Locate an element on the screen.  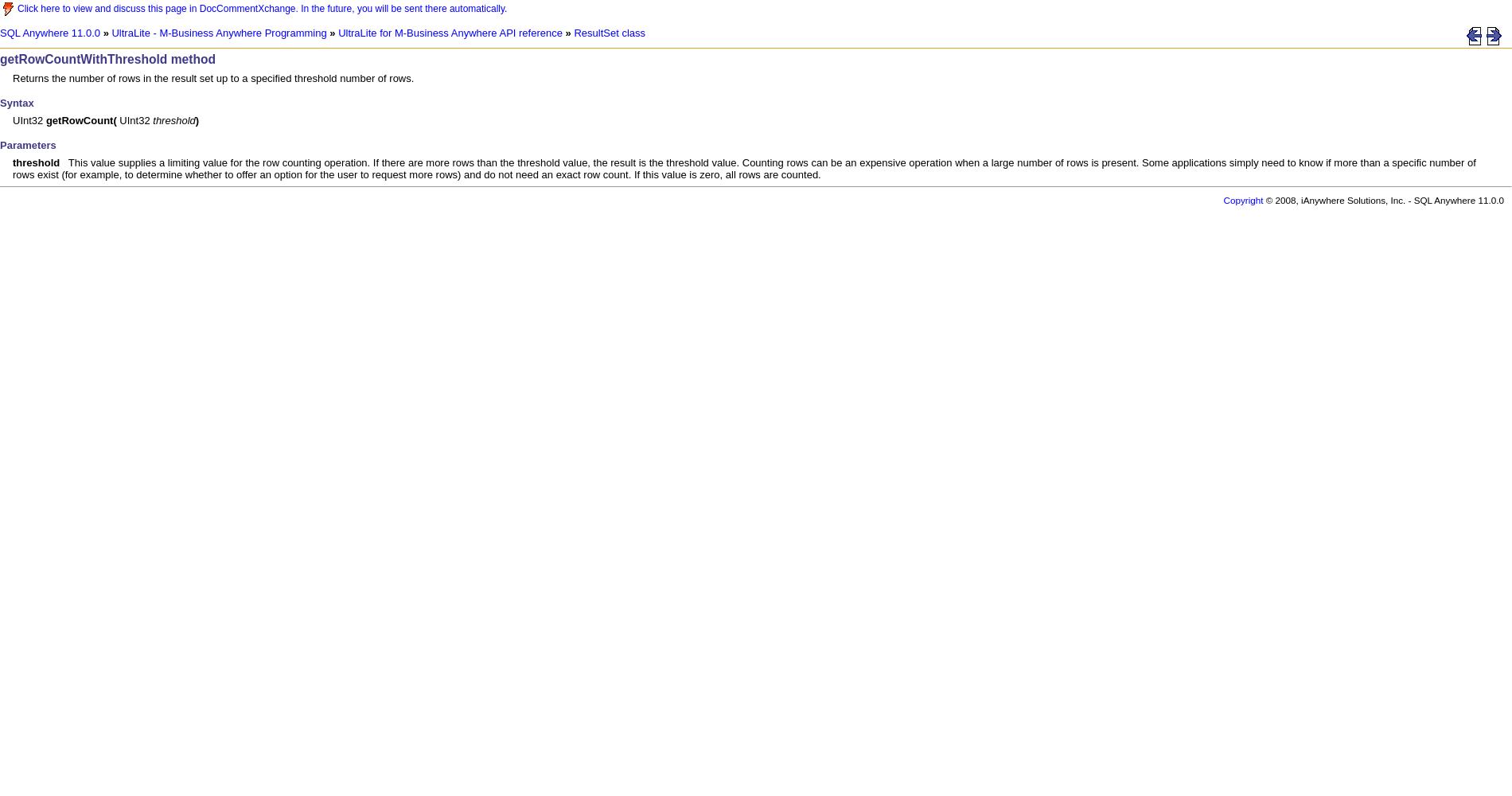
'This value supplies a limiting value for the row counting operation. If there are more rows than the threshold value, the
               result is the threshold value. Counting rows can be an expensive operation when a large number of rows is present. Some applications
               simply need to know if more than a specific number of rows exist (for example, to determine whether to offer an option for
               the user to request more rows) and do not need an exact row count. If this value is zero, all rows are counted.' is located at coordinates (742, 167).